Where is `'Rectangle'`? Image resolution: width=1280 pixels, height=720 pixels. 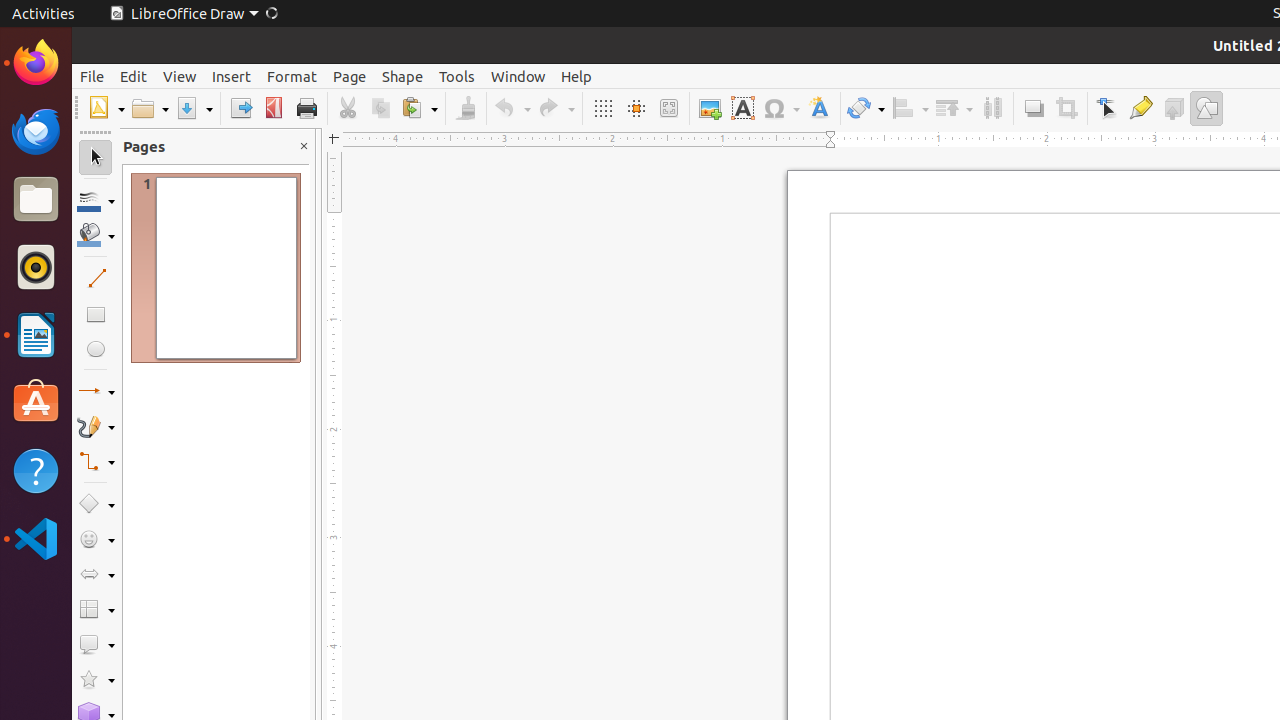
'Rectangle' is located at coordinates (94, 313).